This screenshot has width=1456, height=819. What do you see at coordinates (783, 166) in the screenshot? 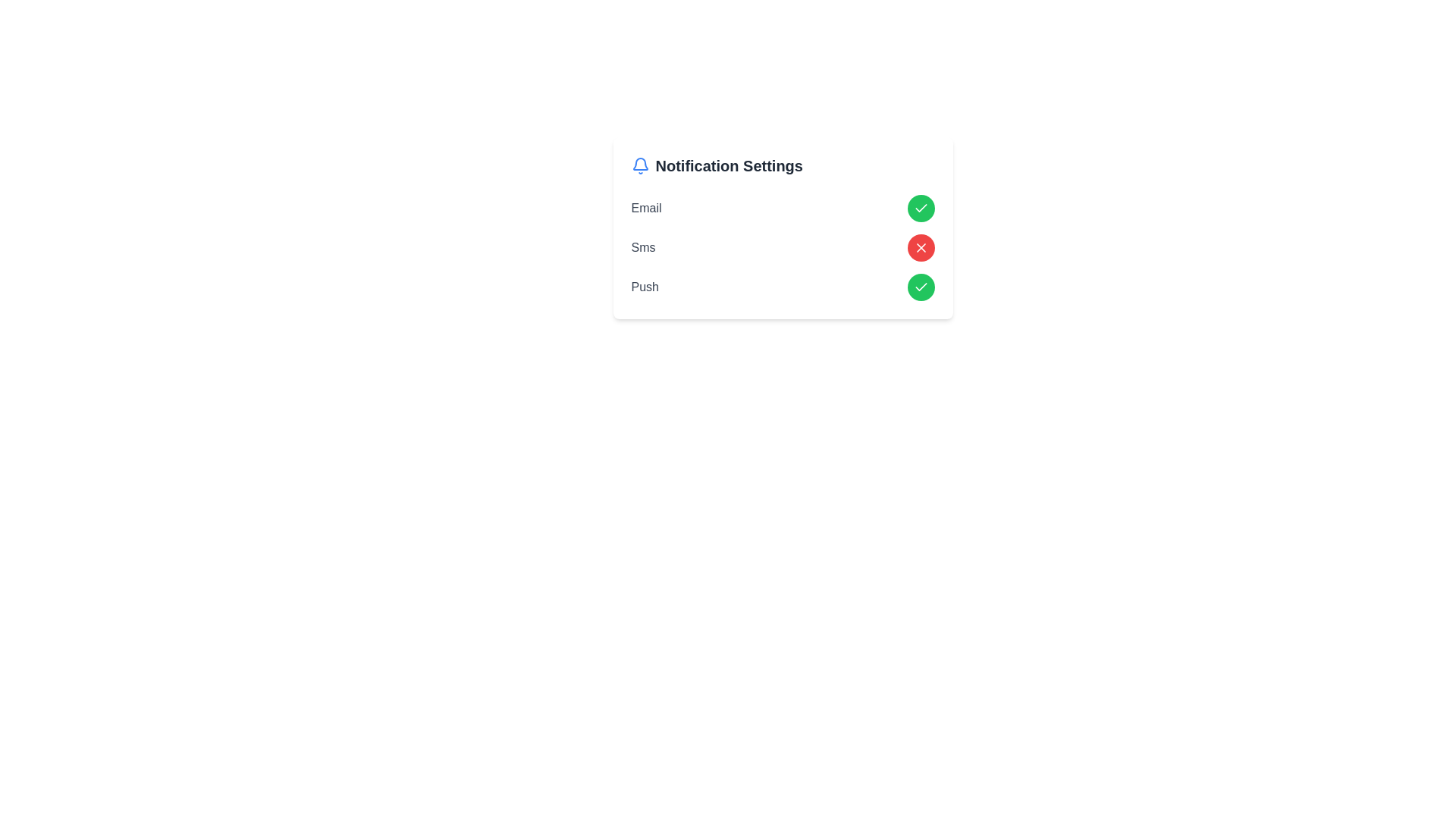
I see `the Heading with Icon that serves as the title for the notification settings section, located at the top of the settings card above the options for Email, SMS, and Push notifications` at bounding box center [783, 166].